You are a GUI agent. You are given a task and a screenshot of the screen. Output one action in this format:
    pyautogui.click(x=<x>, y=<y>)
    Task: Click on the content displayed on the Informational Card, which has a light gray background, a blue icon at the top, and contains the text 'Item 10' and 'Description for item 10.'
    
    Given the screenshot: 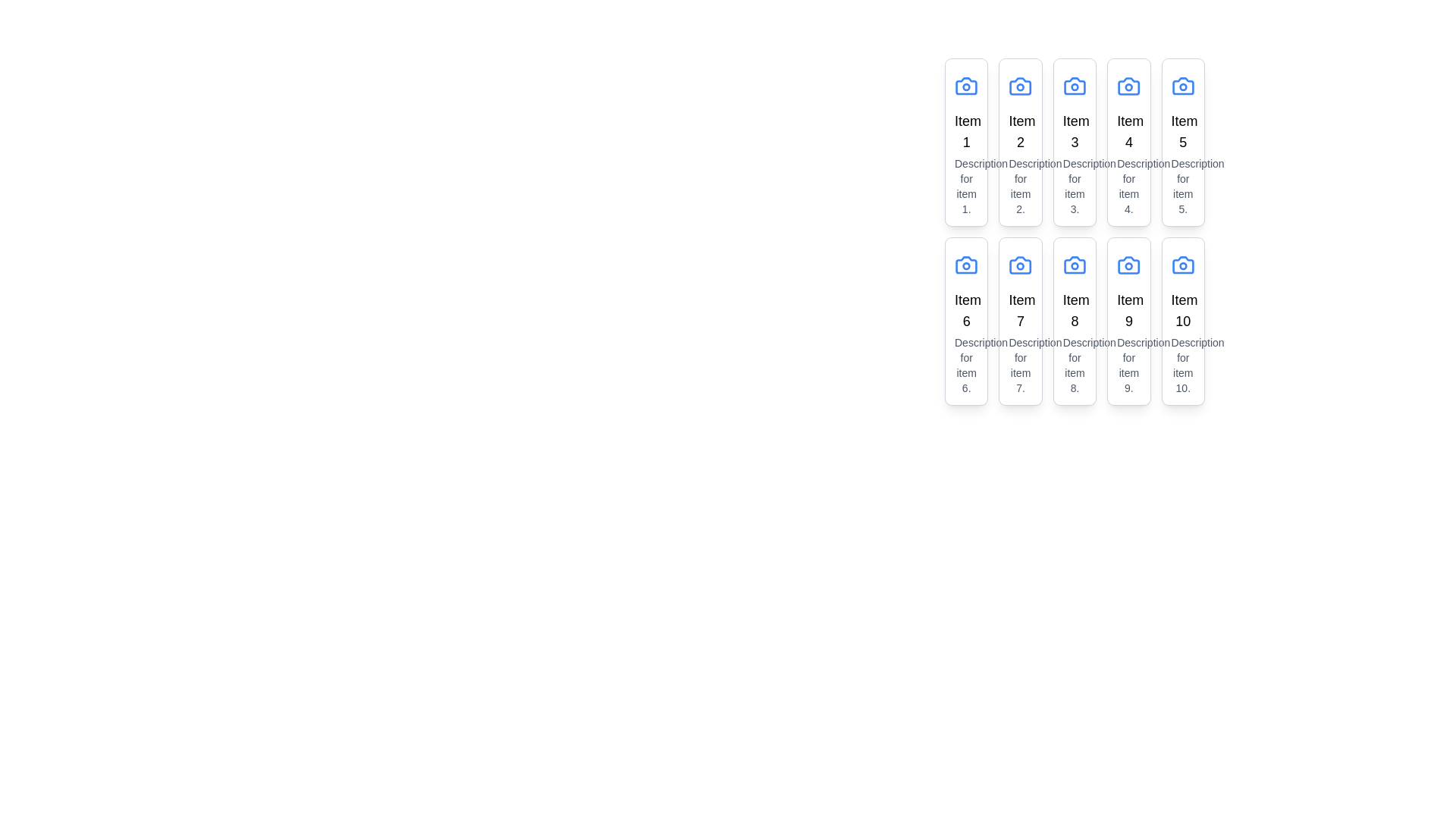 What is the action you would take?
    pyautogui.click(x=1182, y=321)
    